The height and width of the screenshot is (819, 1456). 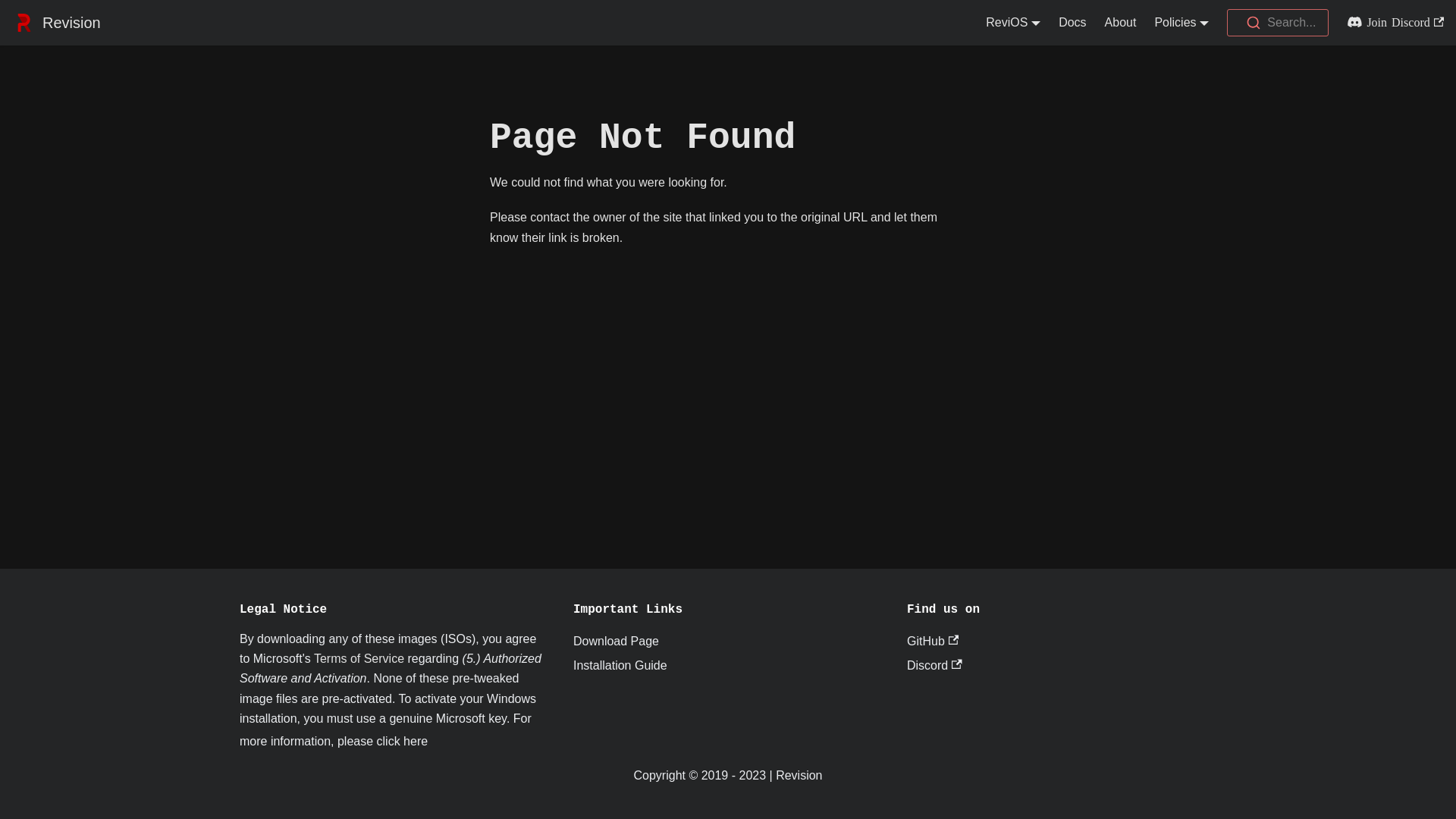 What do you see at coordinates (1226, 23) in the screenshot?
I see `'Search...'` at bounding box center [1226, 23].